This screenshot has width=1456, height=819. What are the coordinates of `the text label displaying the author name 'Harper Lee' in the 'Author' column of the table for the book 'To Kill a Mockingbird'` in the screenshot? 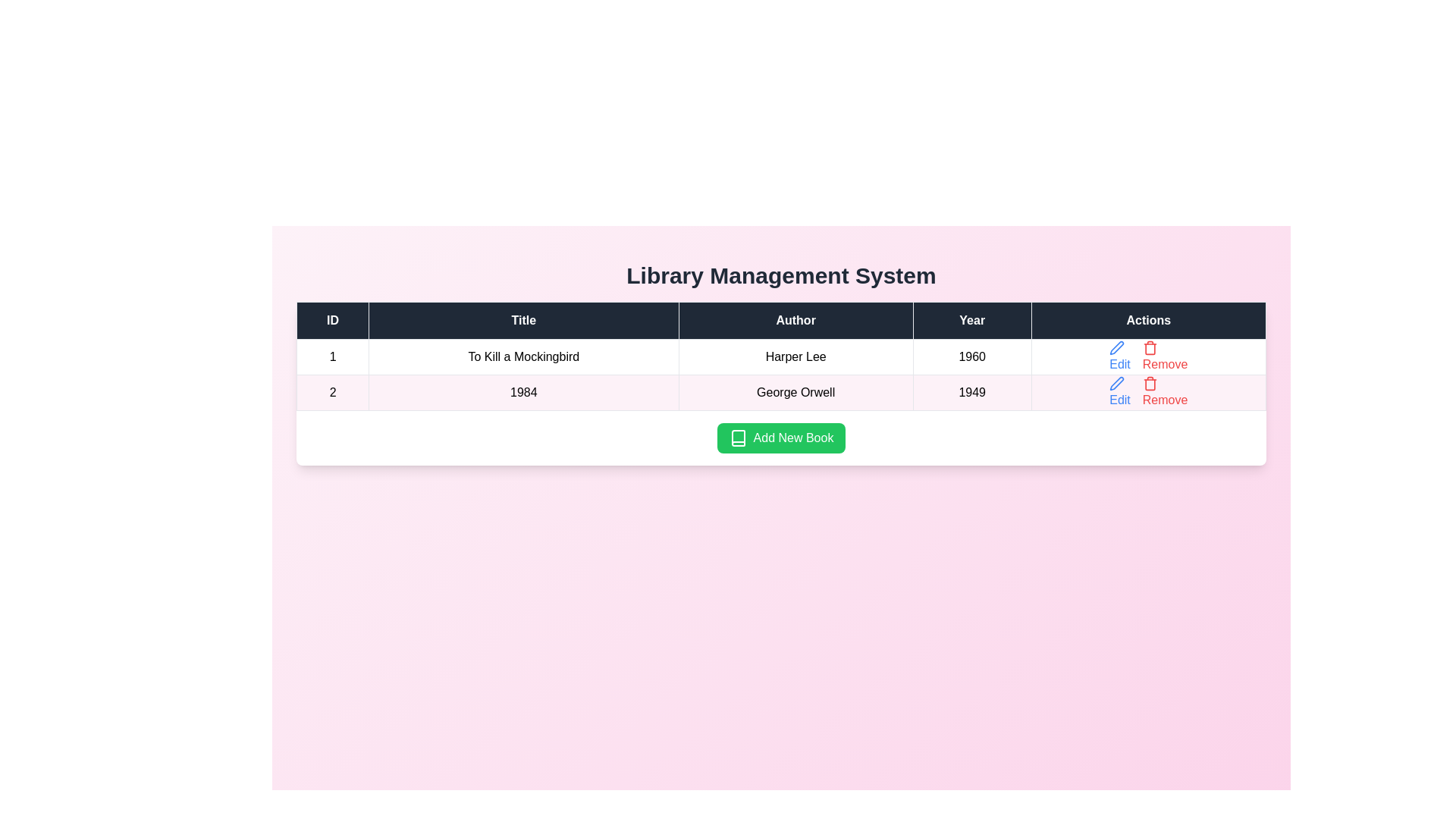 It's located at (795, 356).